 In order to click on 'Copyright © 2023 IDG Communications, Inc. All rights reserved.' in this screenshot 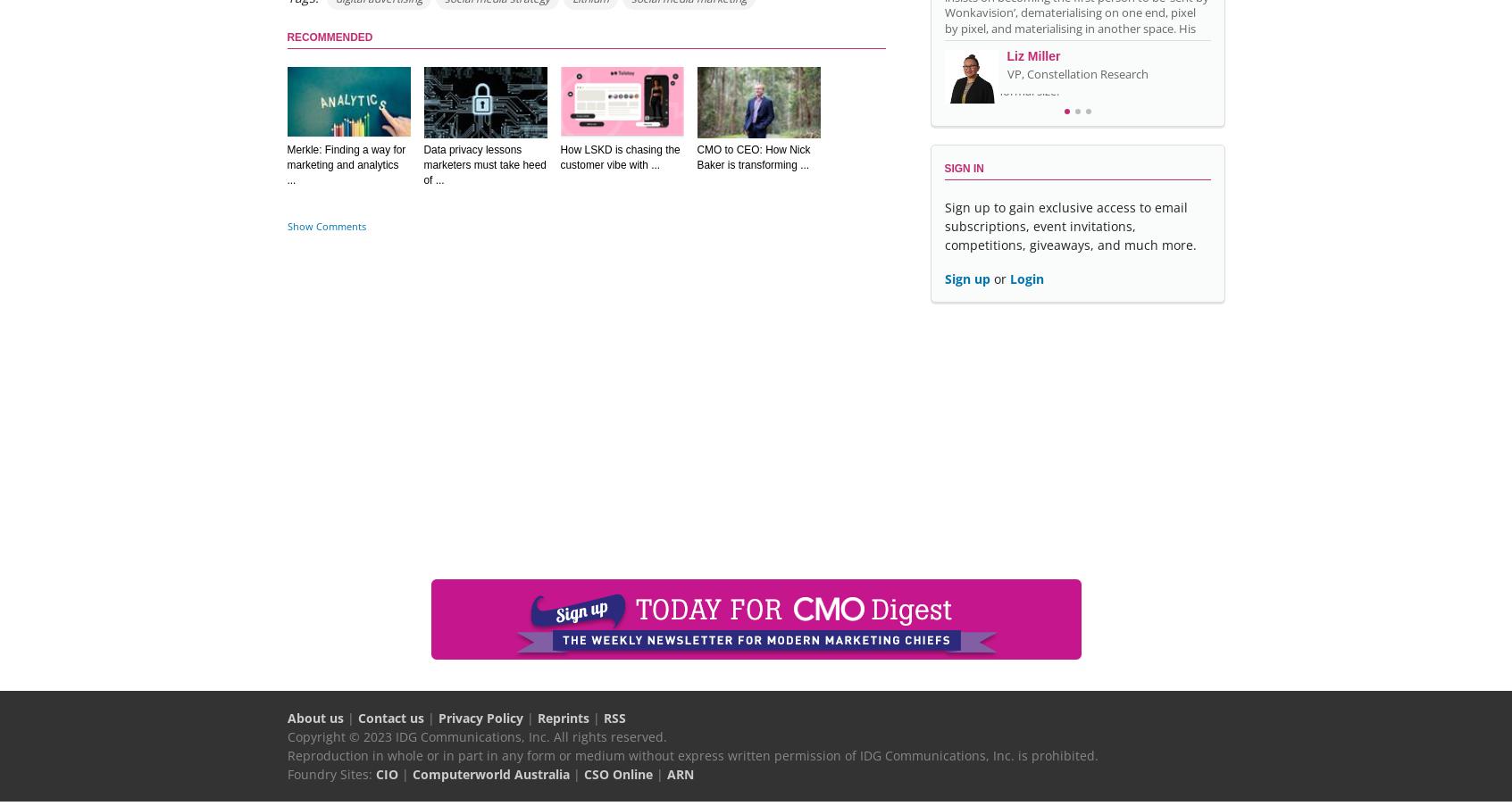, I will do `click(285, 735)`.